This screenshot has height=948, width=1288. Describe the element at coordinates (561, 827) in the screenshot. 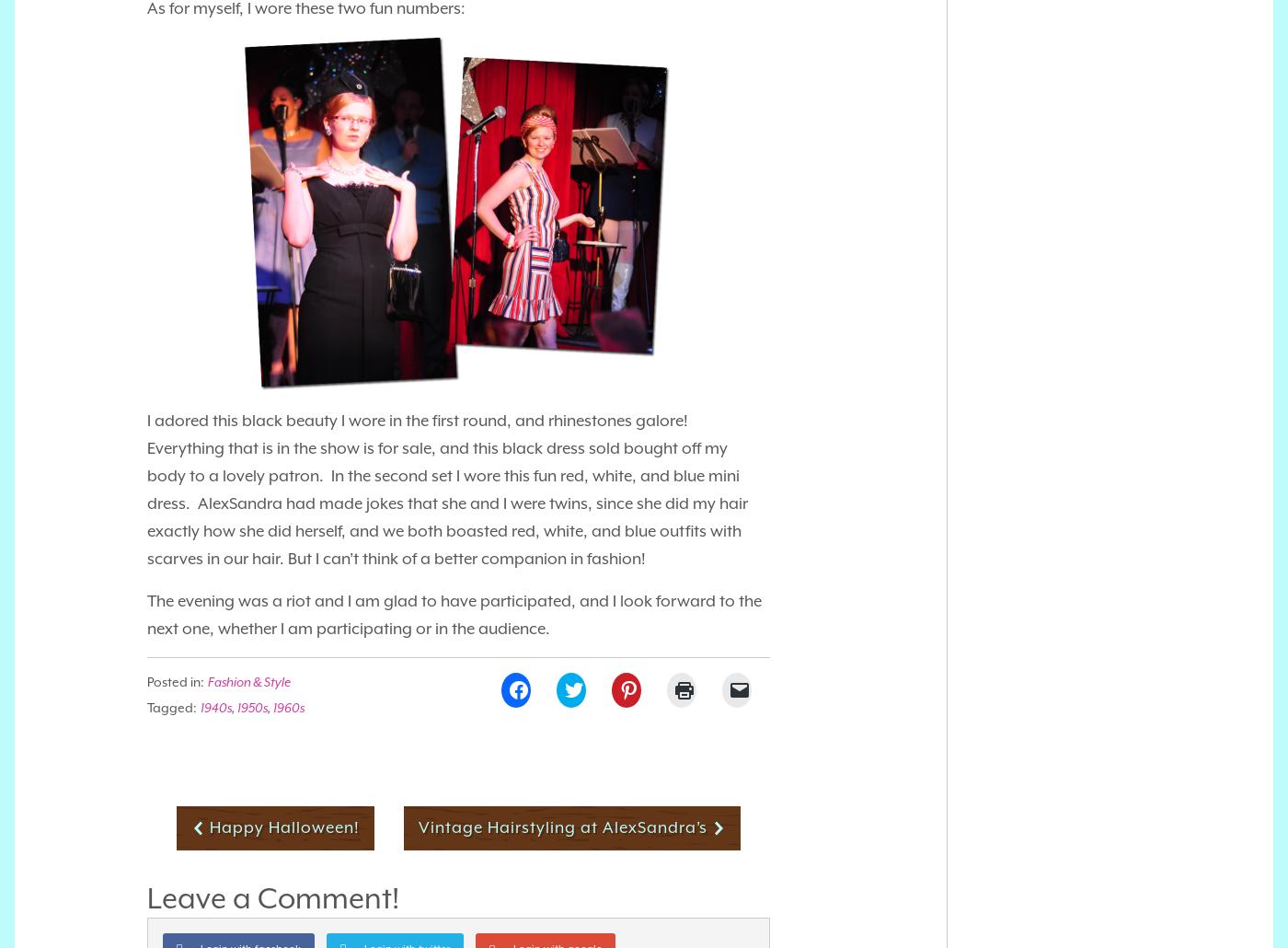

I see `'Vintage Hairstyling at AlexSandra’s'` at that location.